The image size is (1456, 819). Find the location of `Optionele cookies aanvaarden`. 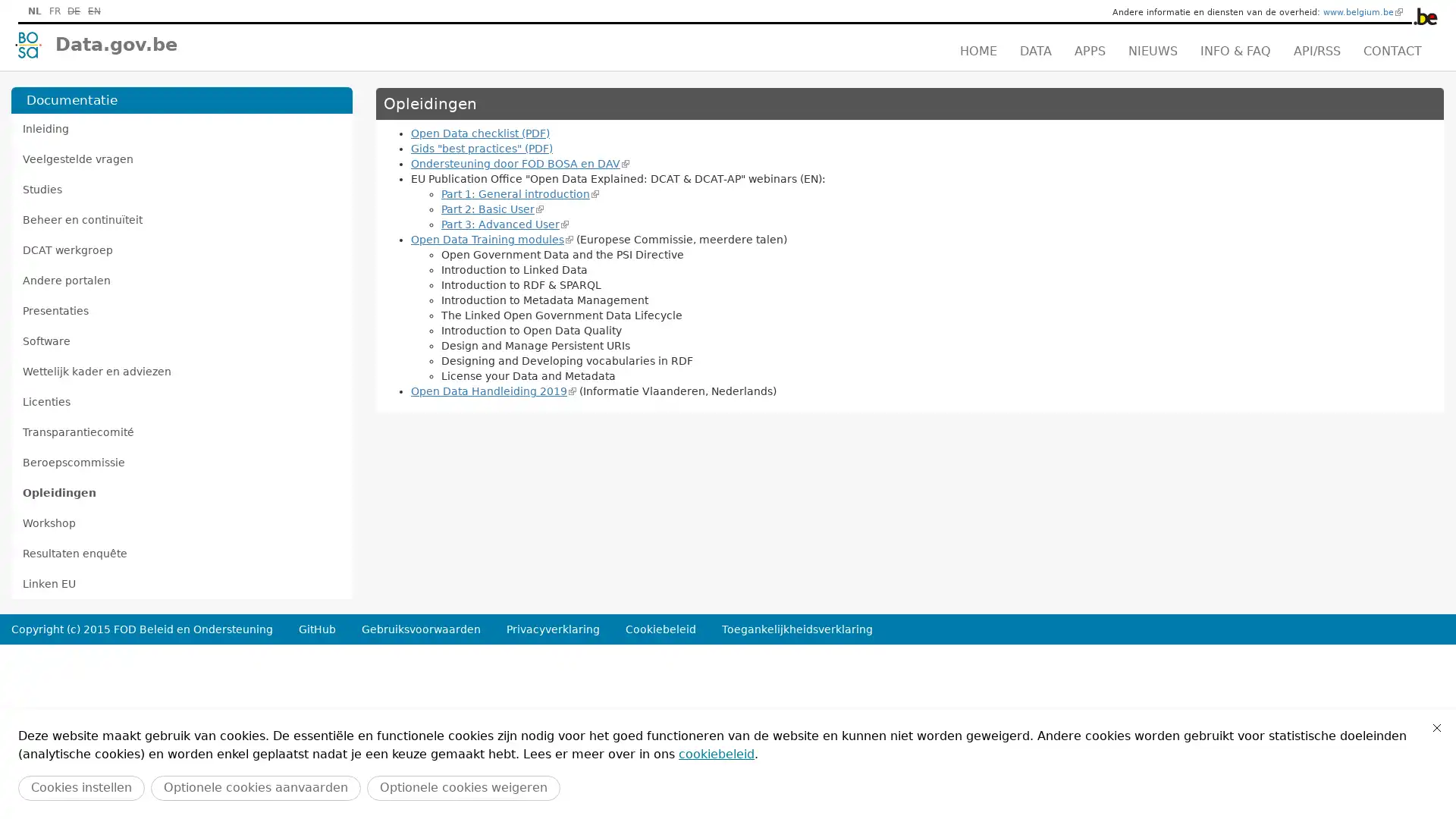

Optionele cookies aanvaarden is located at coordinates (256, 787).